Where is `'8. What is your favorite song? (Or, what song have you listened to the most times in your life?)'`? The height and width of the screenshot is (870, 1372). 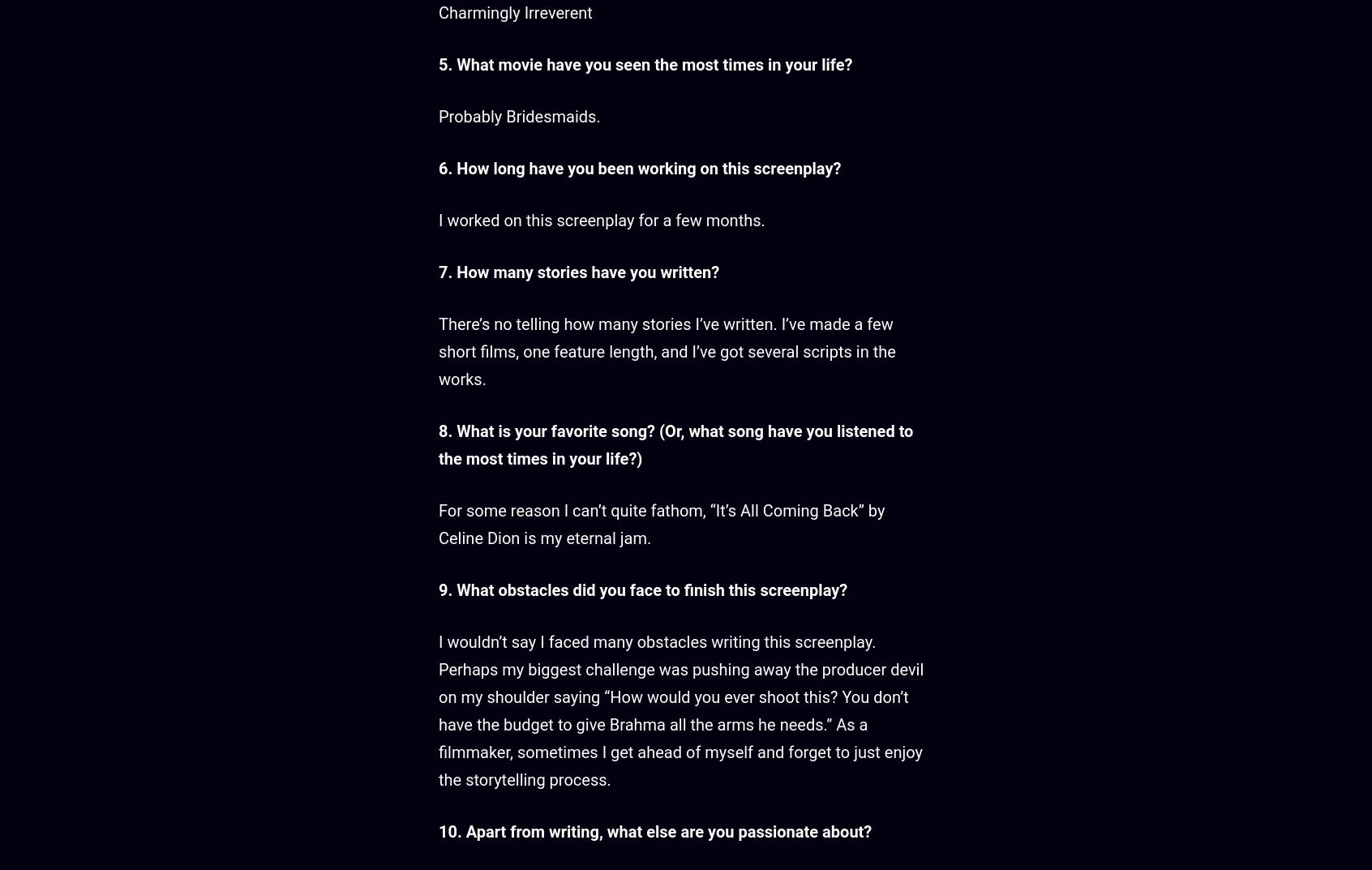
'8. What is your favorite song? (Or, what song have you listened to the most times in your life?)' is located at coordinates (675, 444).